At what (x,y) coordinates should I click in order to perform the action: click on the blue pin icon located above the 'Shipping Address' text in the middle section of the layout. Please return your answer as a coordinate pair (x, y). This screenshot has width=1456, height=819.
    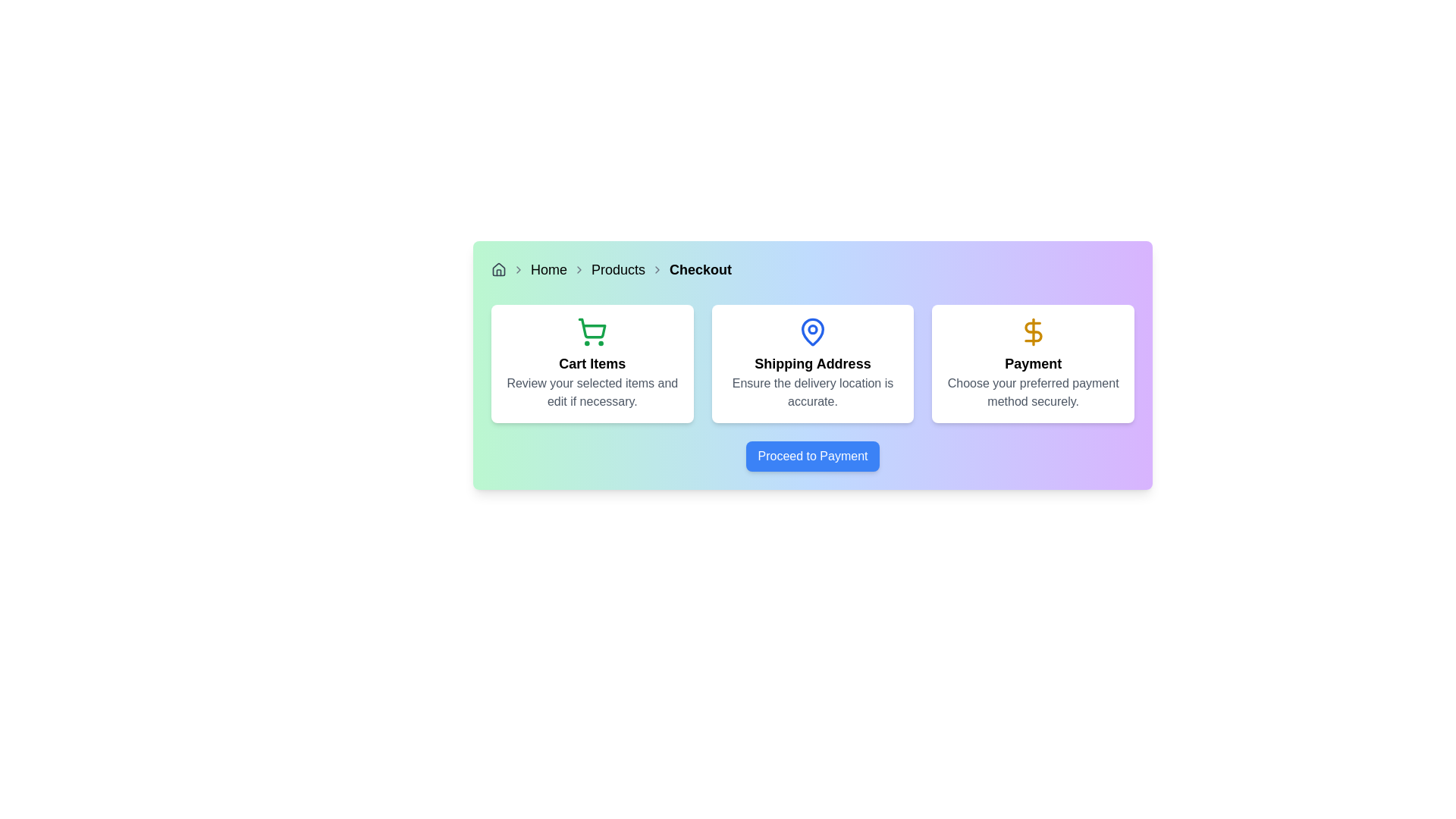
    Looking at the image, I should click on (811, 331).